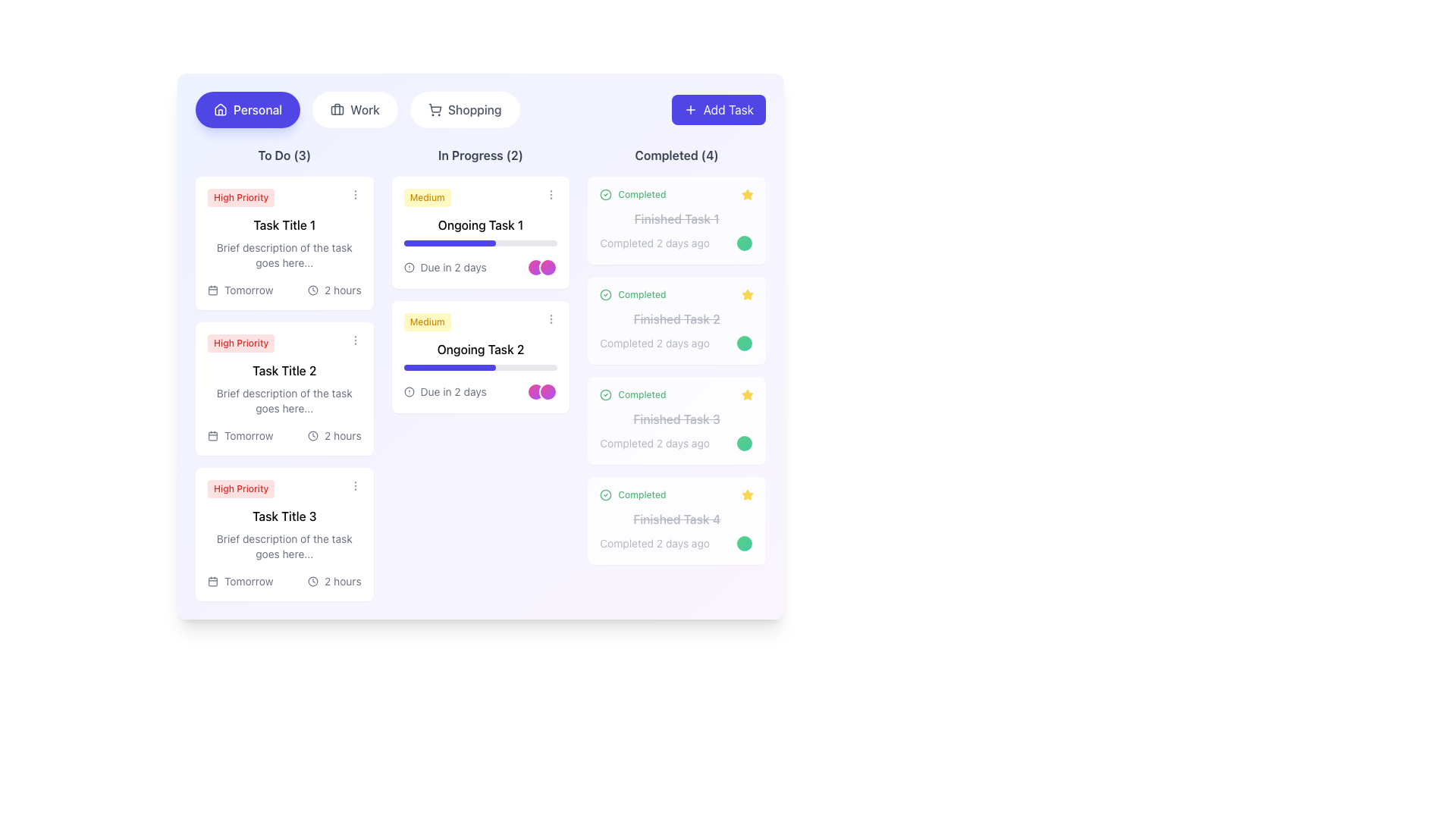 This screenshot has width=1456, height=819. Describe the element at coordinates (249, 581) in the screenshot. I see `the text label displaying 'Tomorrow' located in the last card of the 'To Do' column, below the calendar icon` at that location.